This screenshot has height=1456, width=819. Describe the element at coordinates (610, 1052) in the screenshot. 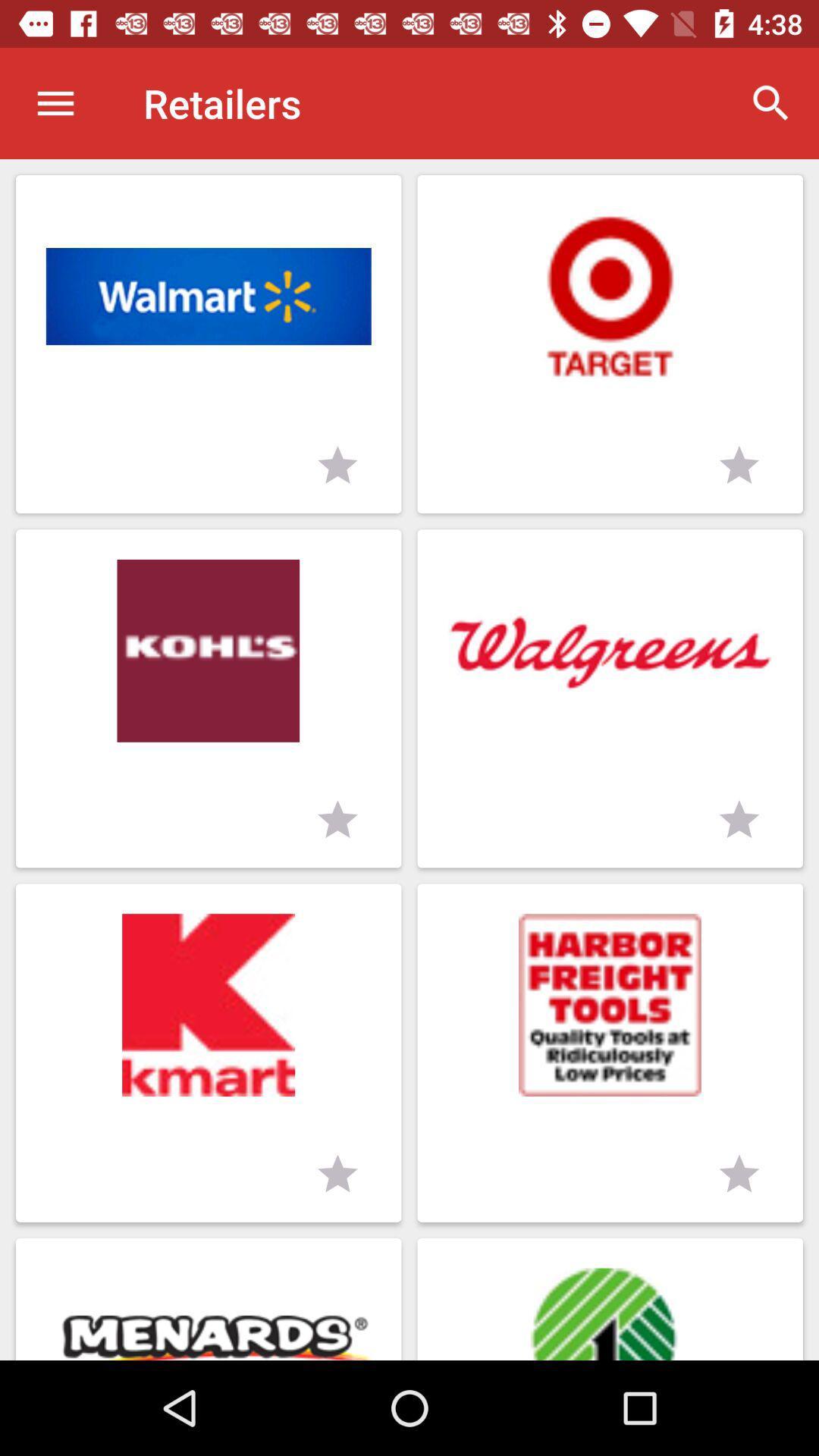

I see `the third row second image` at that location.